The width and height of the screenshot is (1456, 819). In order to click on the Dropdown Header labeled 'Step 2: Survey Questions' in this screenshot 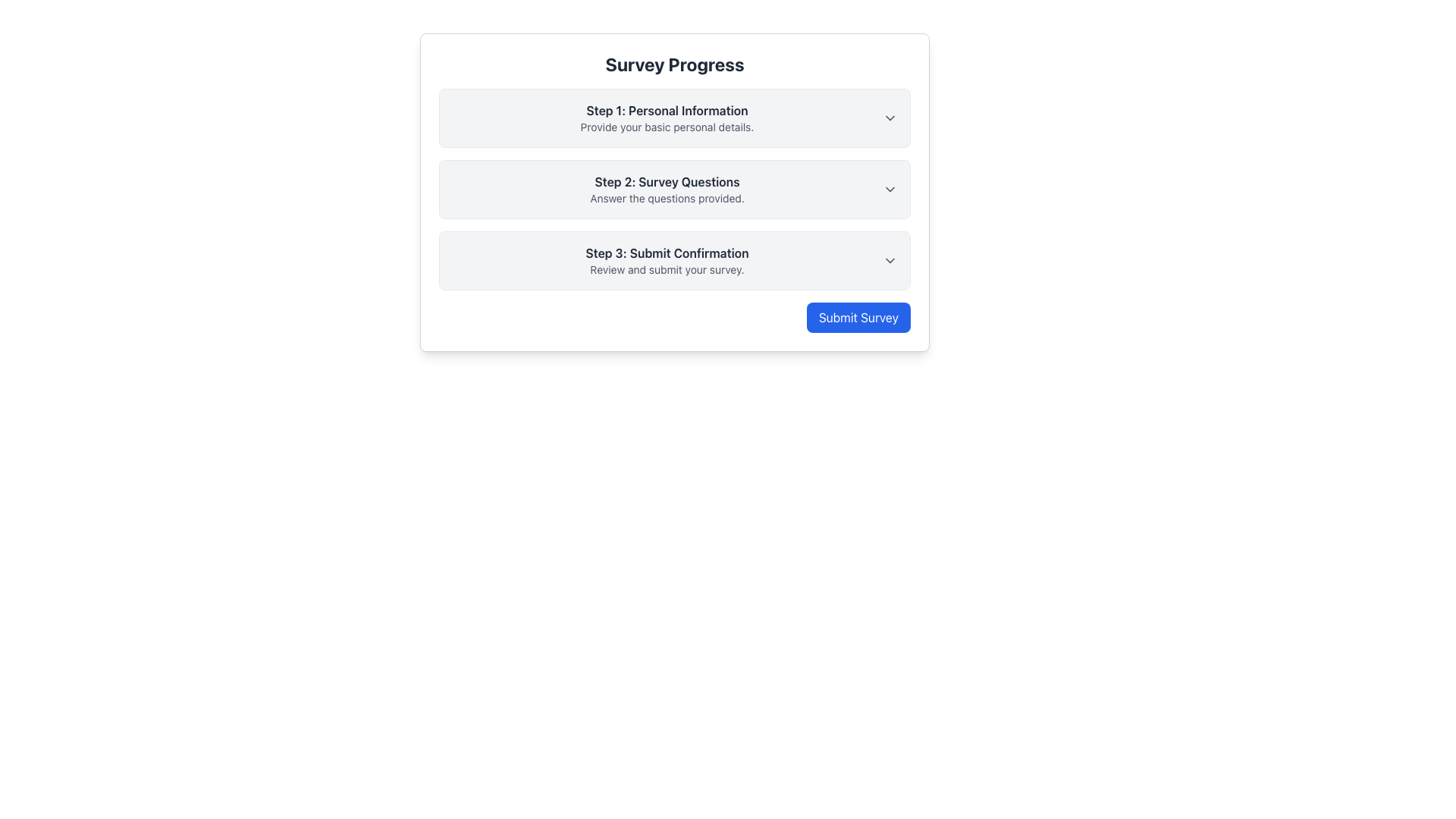, I will do `click(673, 189)`.